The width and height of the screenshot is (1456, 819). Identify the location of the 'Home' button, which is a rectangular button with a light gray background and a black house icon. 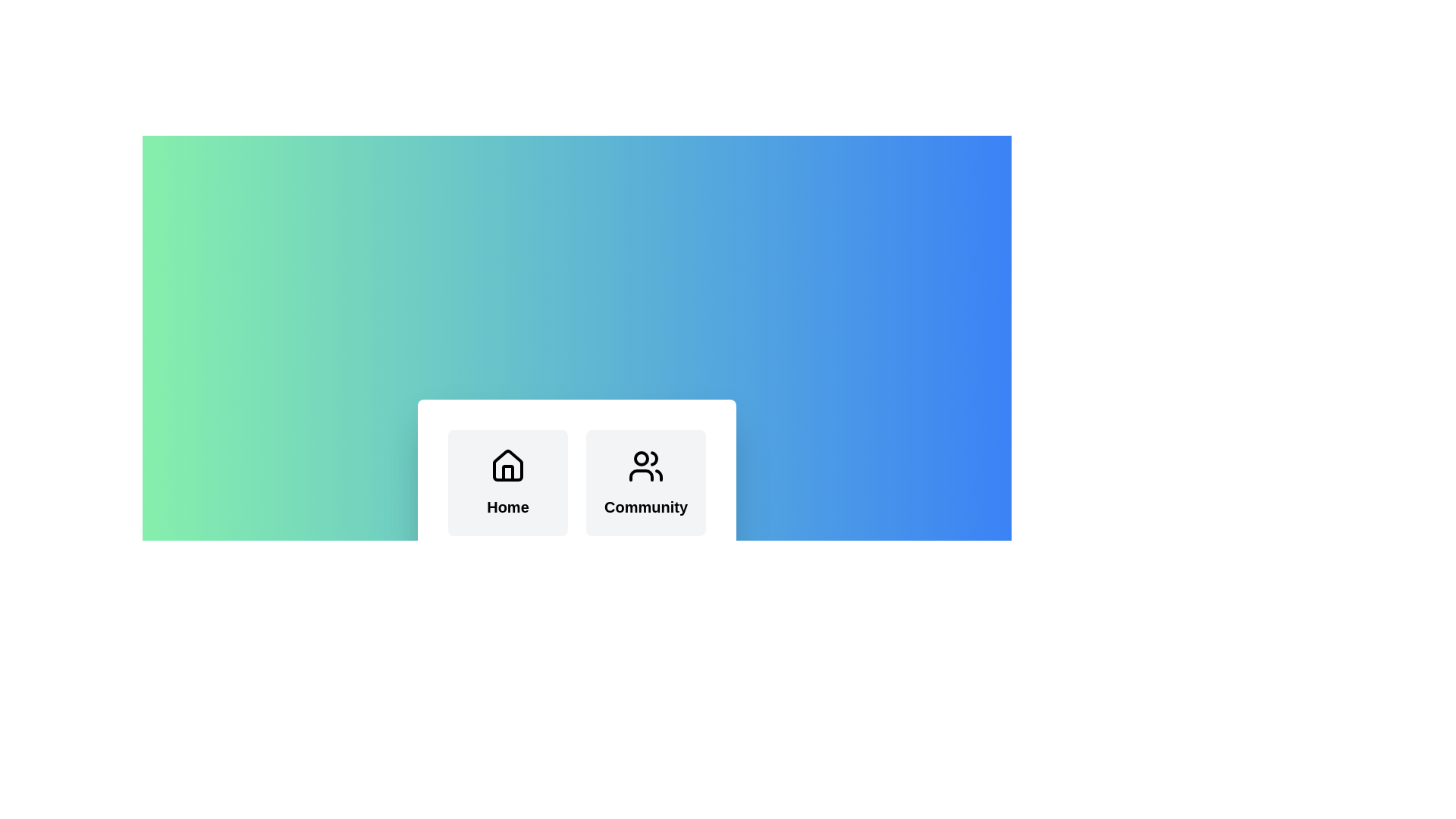
(508, 482).